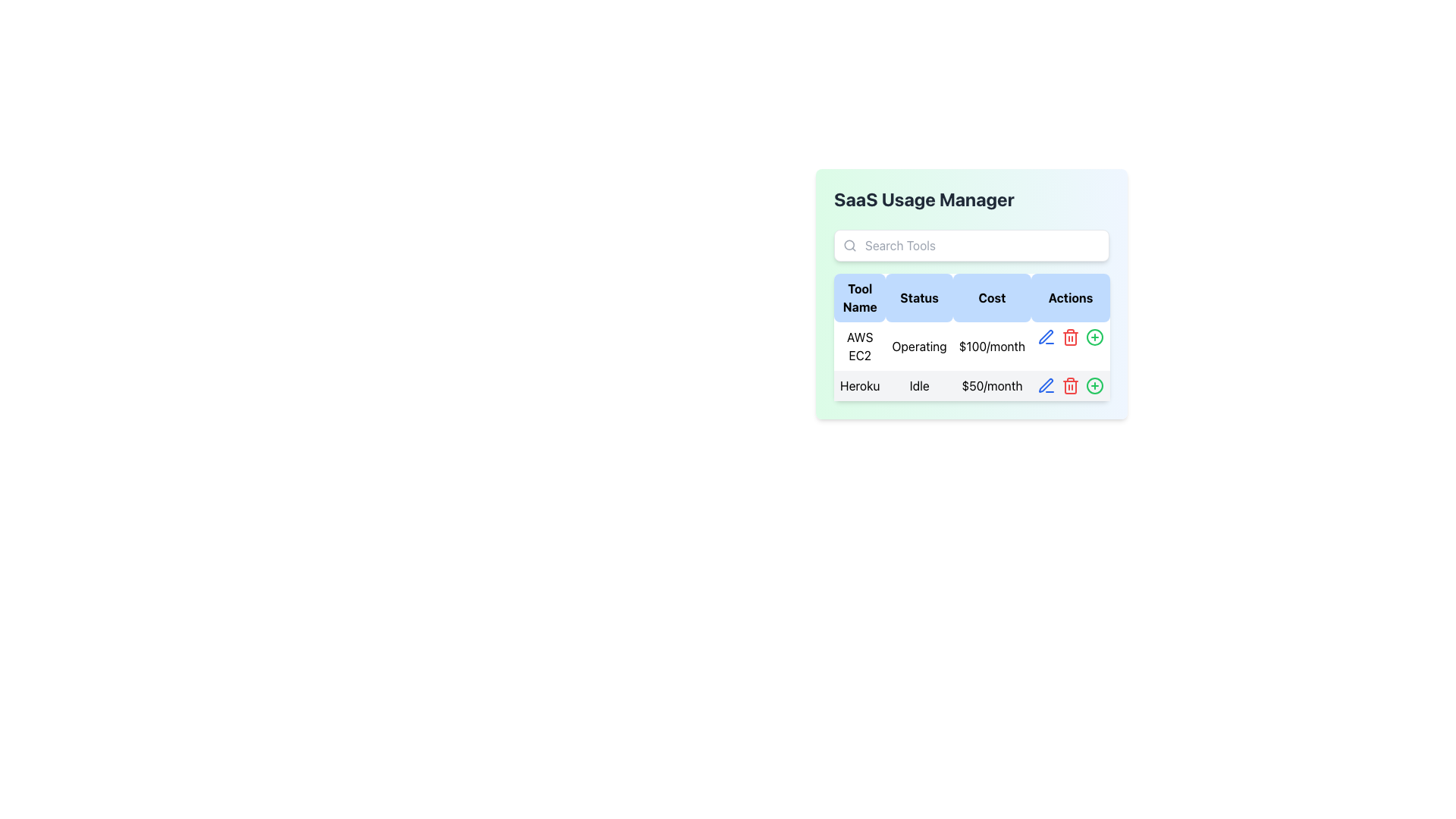 Image resolution: width=1456 pixels, height=819 pixels. I want to click on the first row of the data table that displays AWS EC2 service details, including its name, operational status, and monthly cost, so click(971, 362).